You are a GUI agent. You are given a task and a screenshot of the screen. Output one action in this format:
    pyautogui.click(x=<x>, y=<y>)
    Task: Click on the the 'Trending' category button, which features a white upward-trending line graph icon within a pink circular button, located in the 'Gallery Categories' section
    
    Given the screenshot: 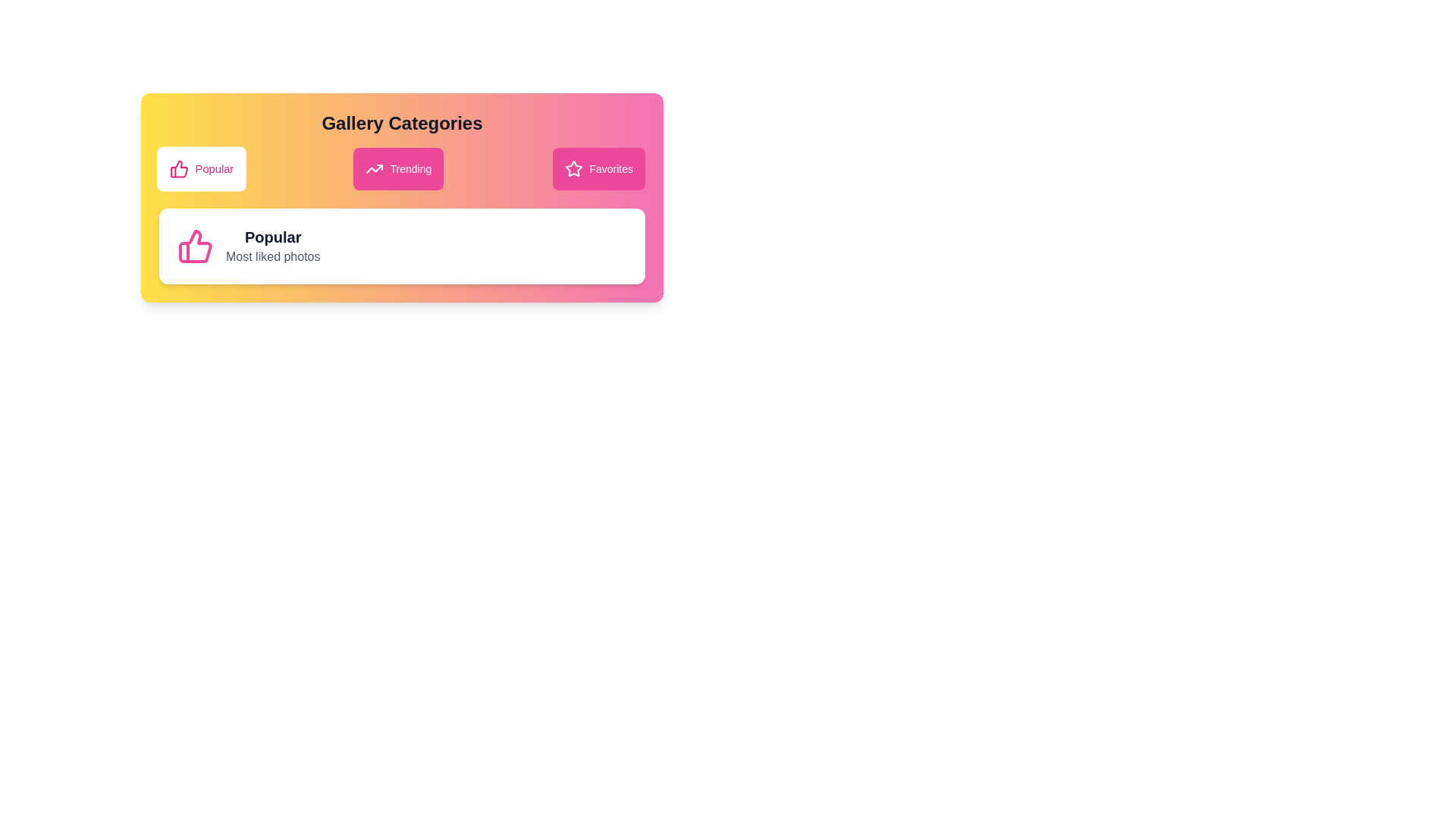 What is the action you would take?
    pyautogui.click(x=375, y=169)
    